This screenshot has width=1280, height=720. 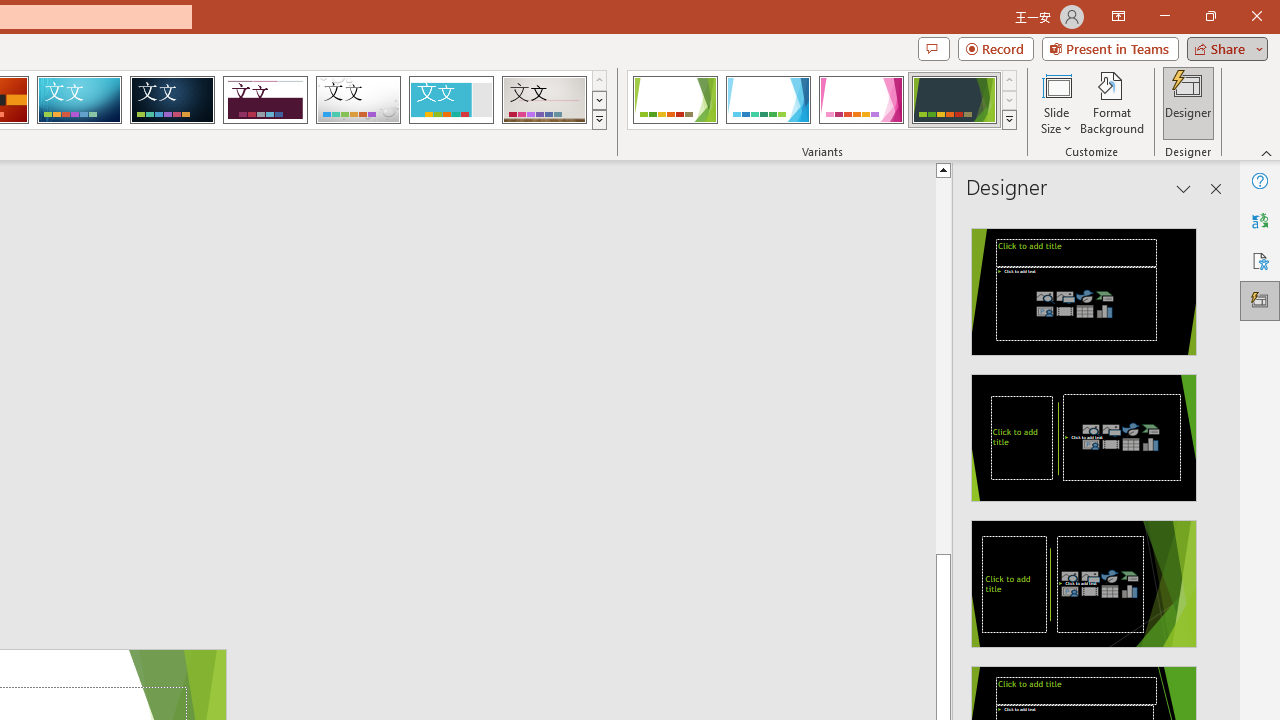 What do you see at coordinates (544, 100) in the screenshot?
I see `'Gallery'` at bounding box center [544, 100].